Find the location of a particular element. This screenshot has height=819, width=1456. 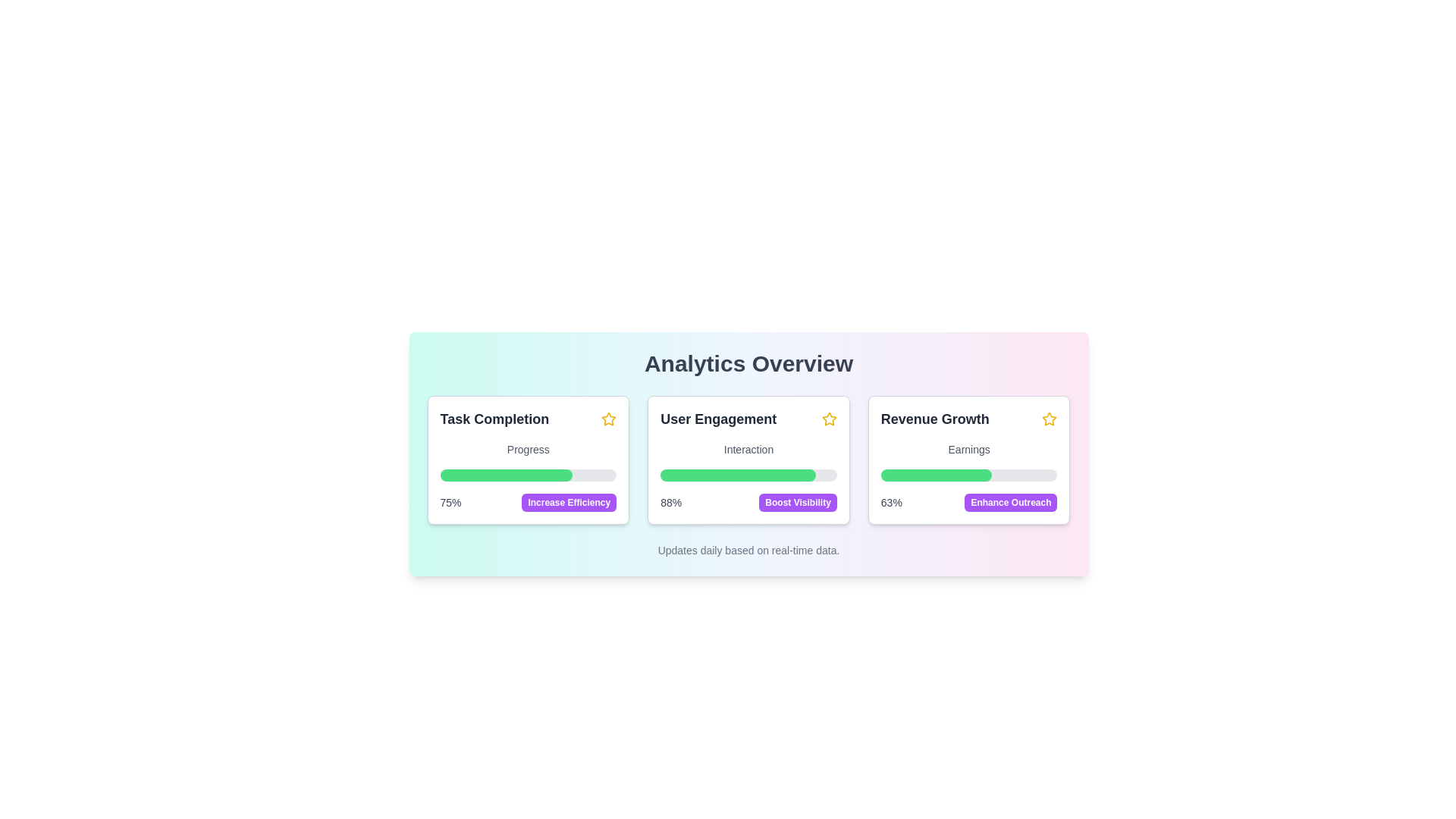

the rectangular button with a purple background and white bold text reading 'Enhance Outreach' located at the bottom right of the 'Revenue Growth' section card for more information is located at coordinates (1011, 503).